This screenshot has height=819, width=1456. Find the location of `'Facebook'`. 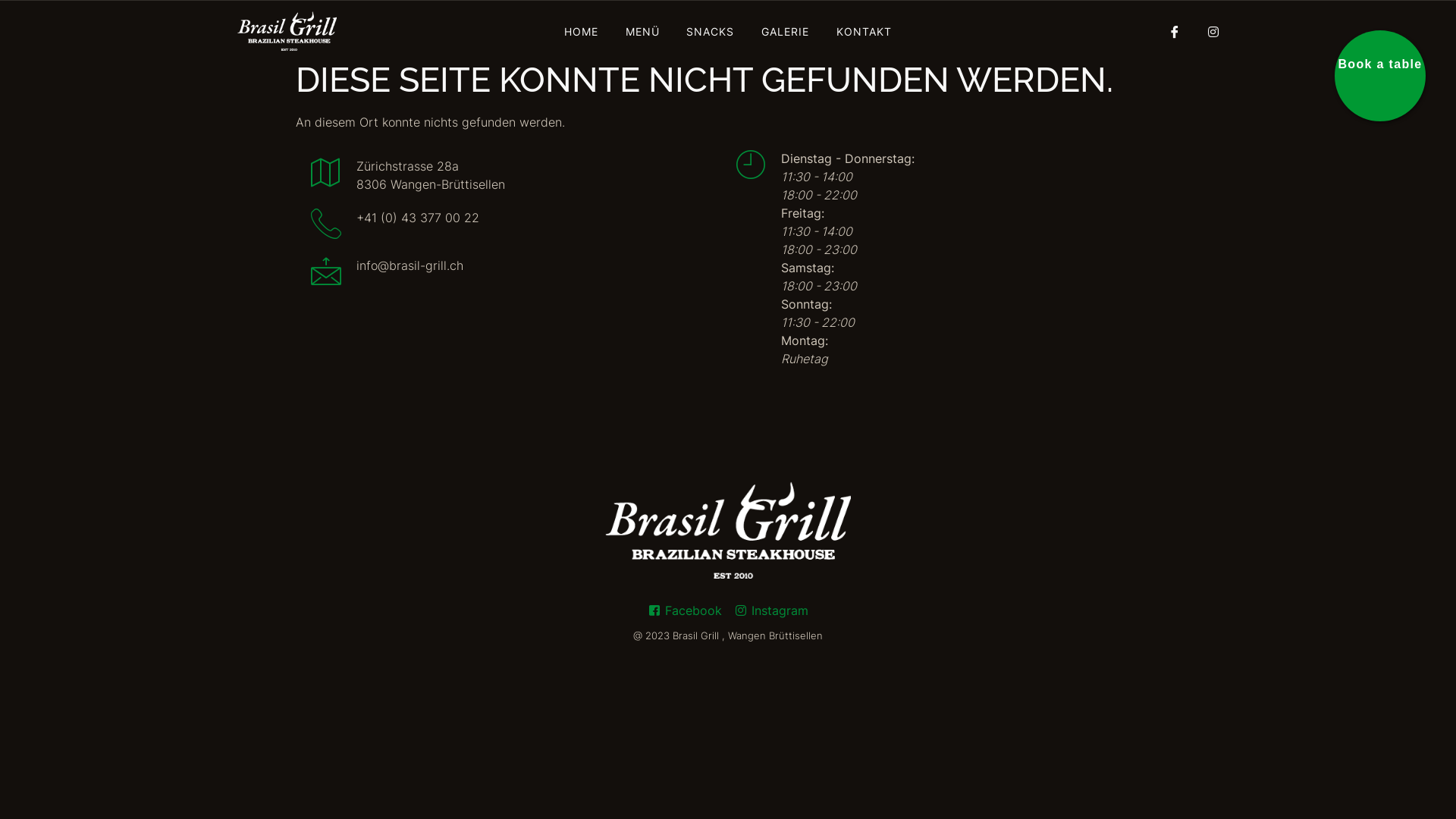

'Facebook' is located at coordinates (683, 610).